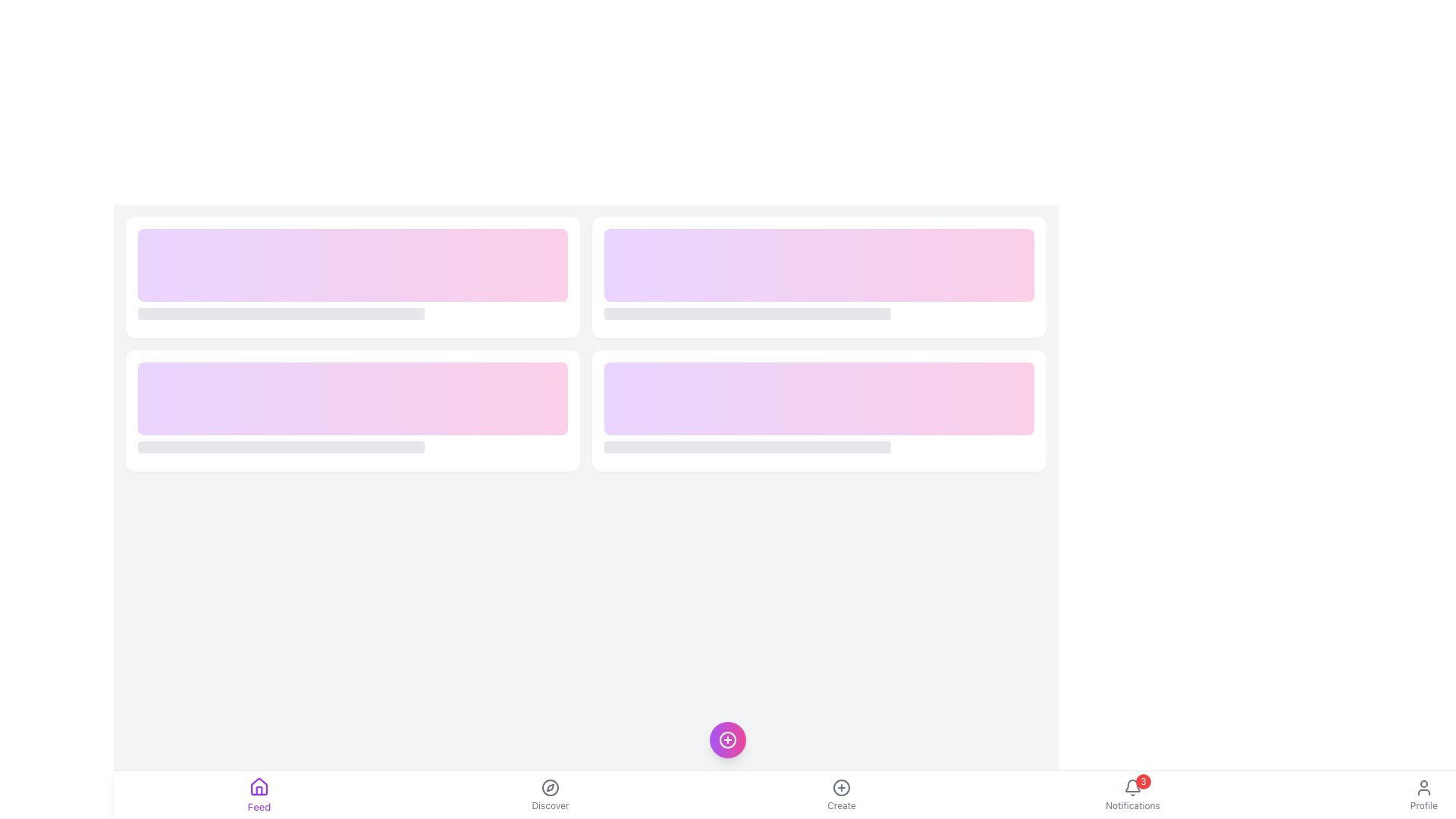  I want to click on the decorative or interactive visual component located in the lower row of the two-row grid structure, positioned as the right item of its row, so click(818, 397).